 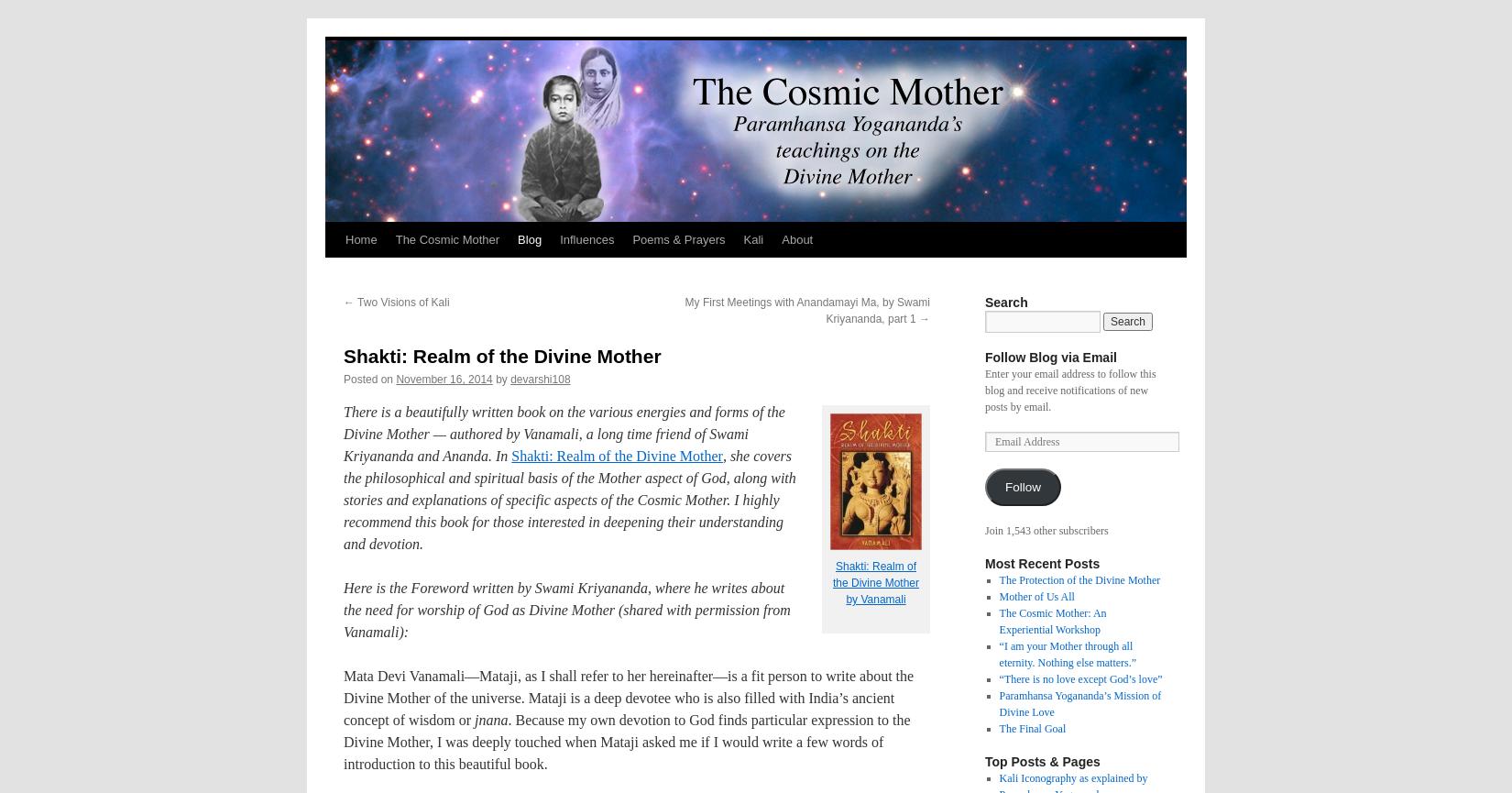 What do you see at coordinates (1079, 703) in the screenshot?
I see `'Paramhansa Yogananda’s Mission of Divine Love'` at bounding box center [1079, 703].